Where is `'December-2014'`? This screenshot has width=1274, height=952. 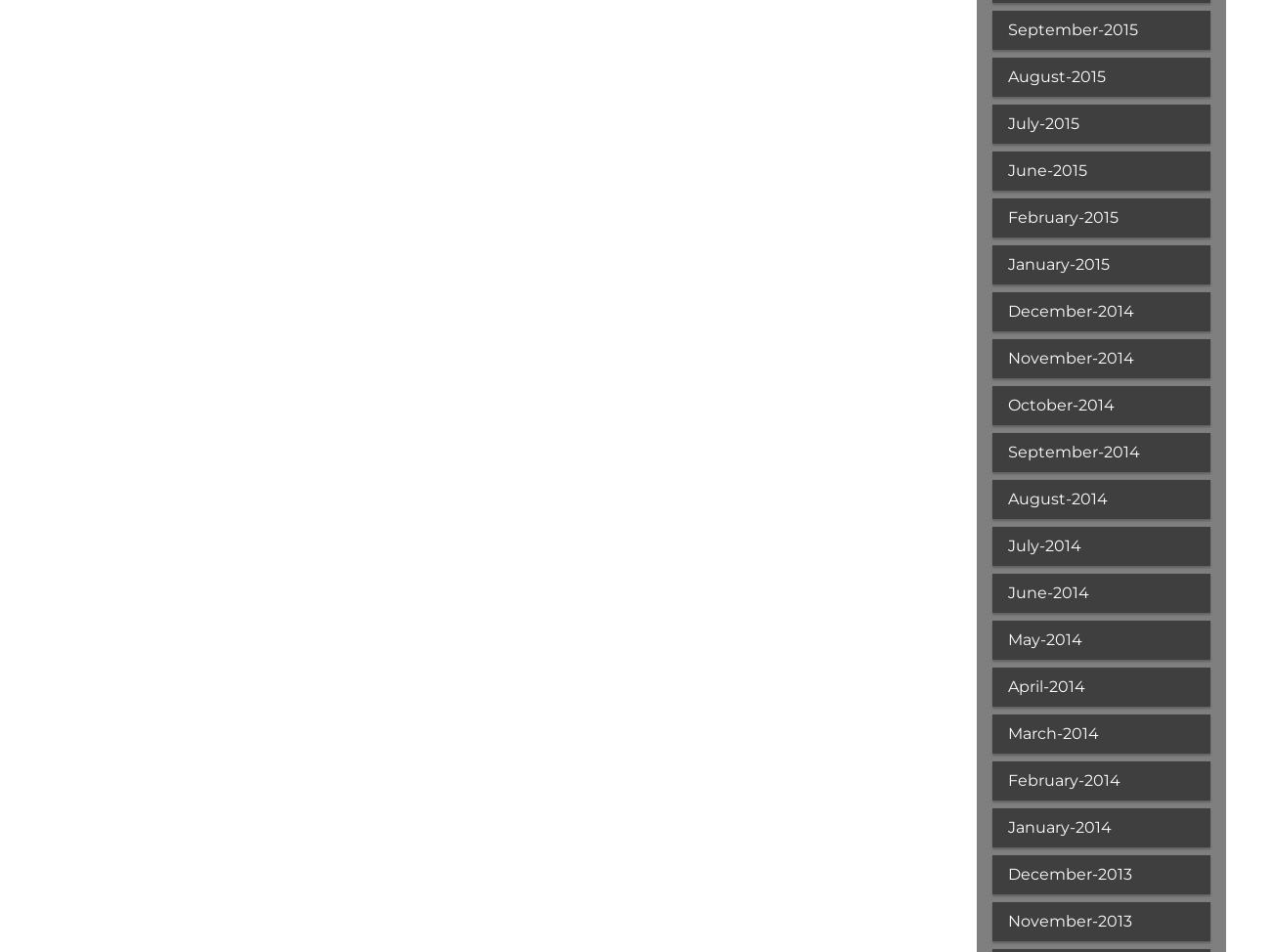 'December-2014' is located at coordinates (1007, 310).